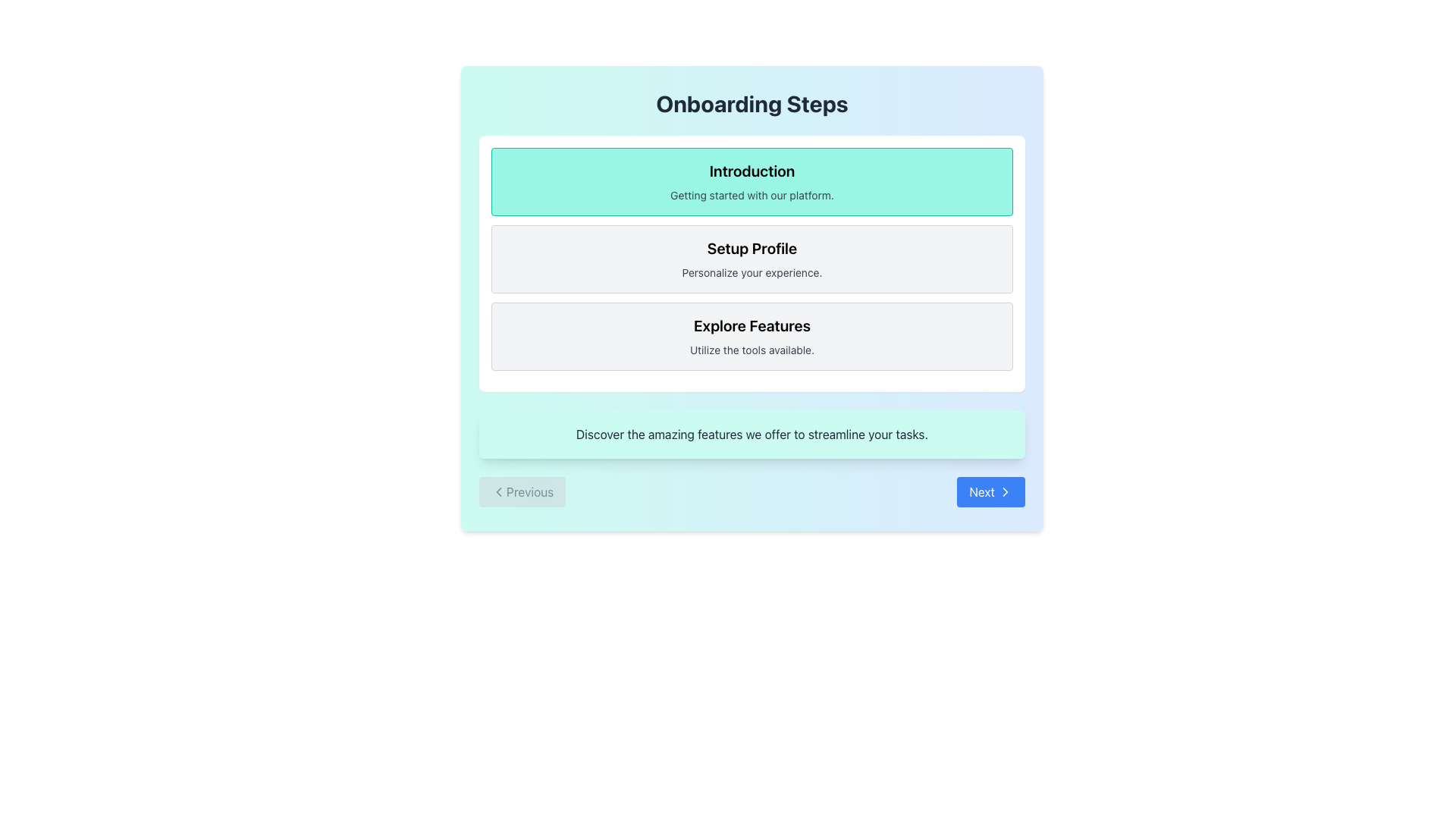 Image resolution: width=1456 pixels, height=819 pixels. I want to click on the descriptive subtitle text label for the 'Introduction' onboarding section, which is located in the middle-left portion of the interface within a turquoise-bordered box, so click(752, 195).